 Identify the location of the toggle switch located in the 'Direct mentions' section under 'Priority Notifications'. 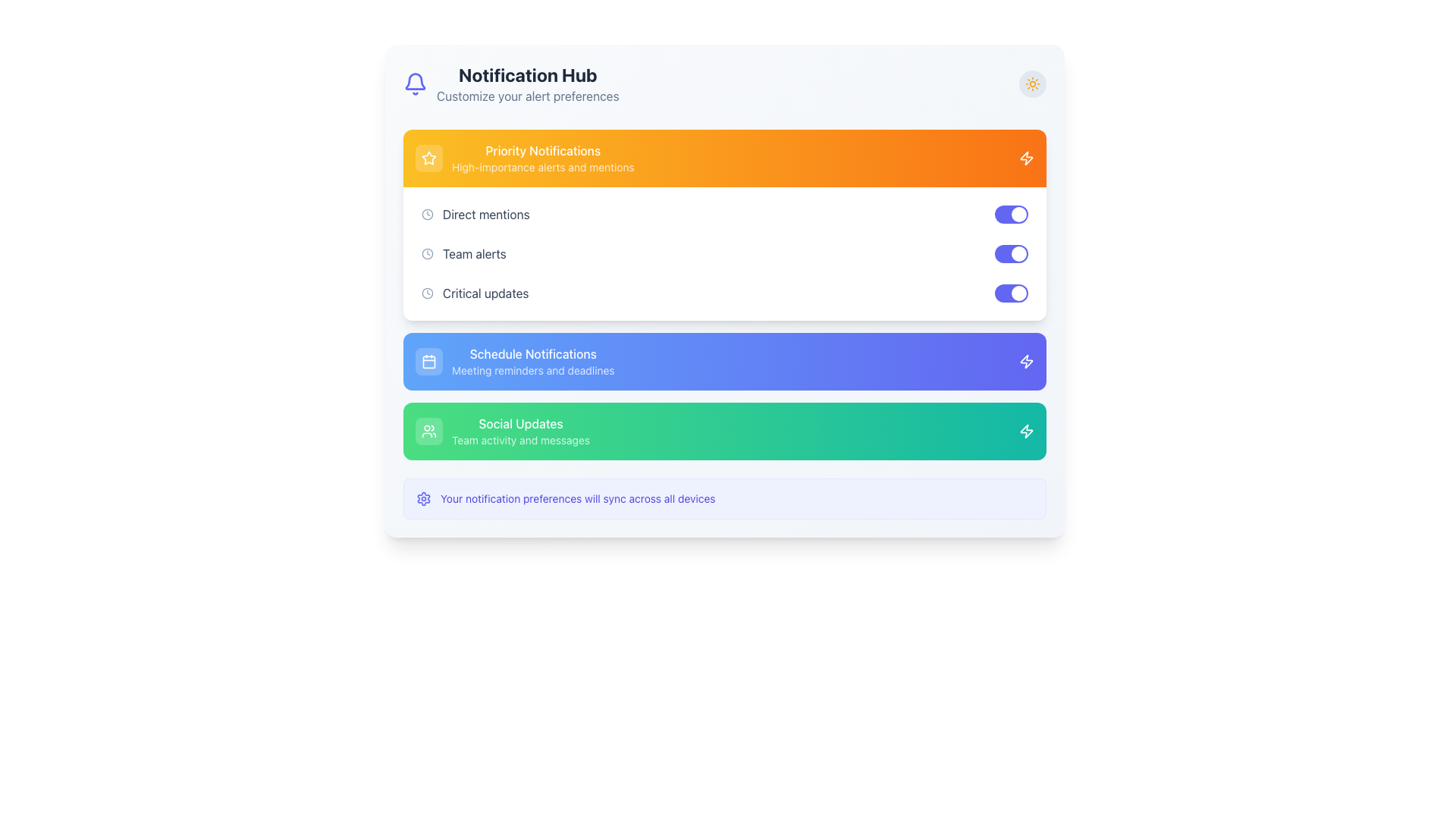
(1012, 214).